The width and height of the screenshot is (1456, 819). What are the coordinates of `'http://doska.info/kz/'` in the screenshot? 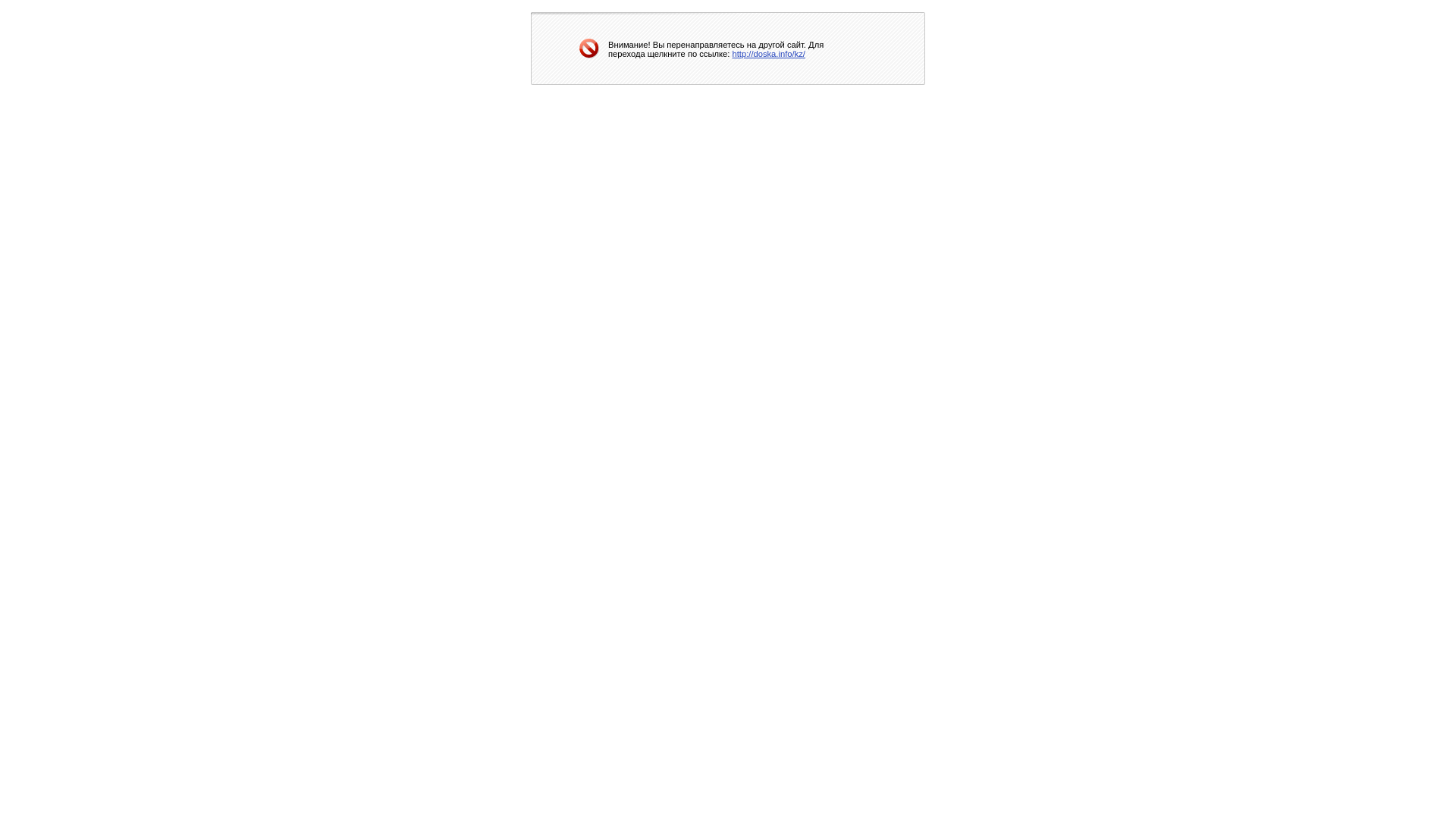 It's located at (768, 52).